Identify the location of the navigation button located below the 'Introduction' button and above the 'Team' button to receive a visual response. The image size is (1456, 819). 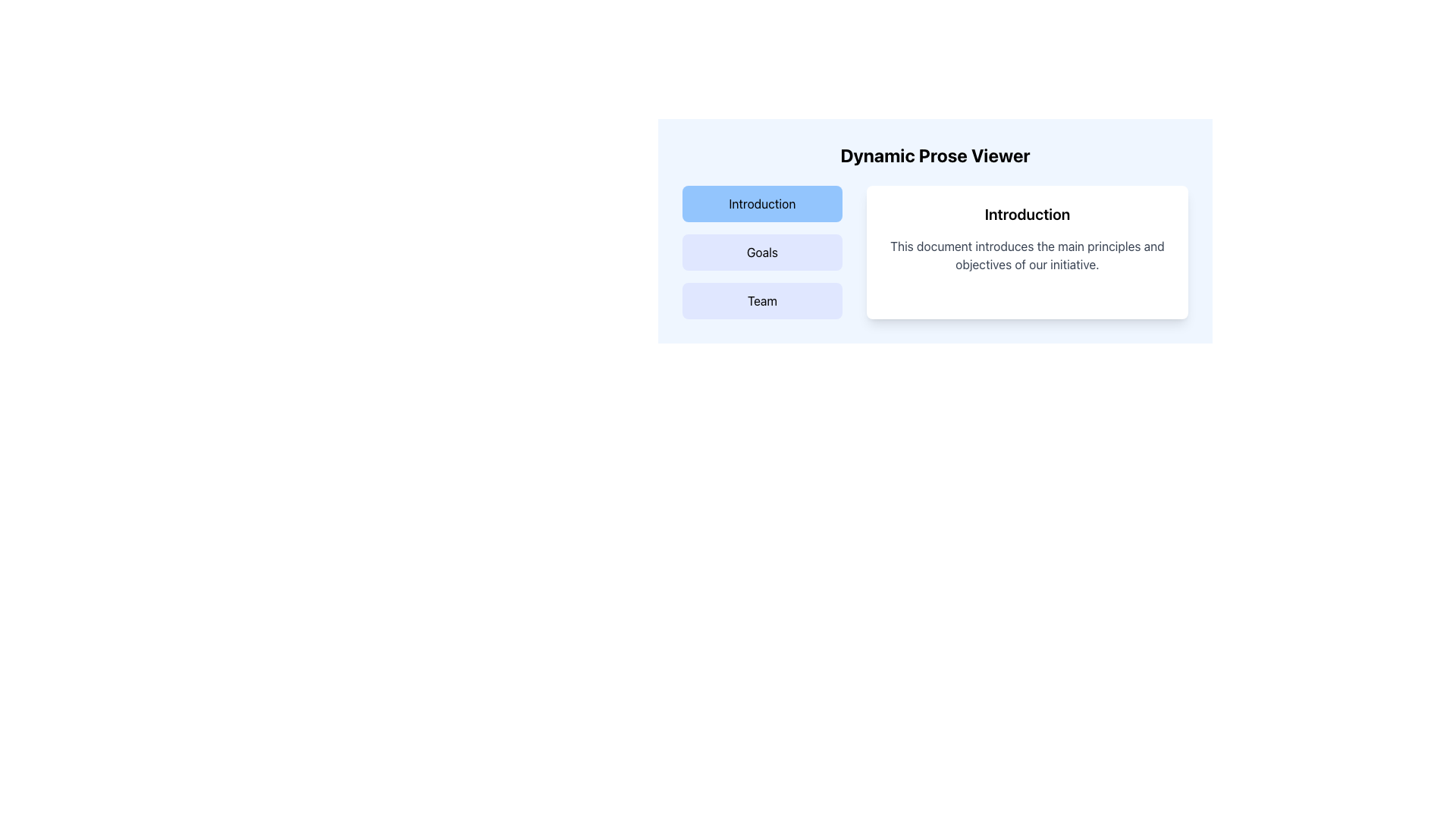
(762, 251).